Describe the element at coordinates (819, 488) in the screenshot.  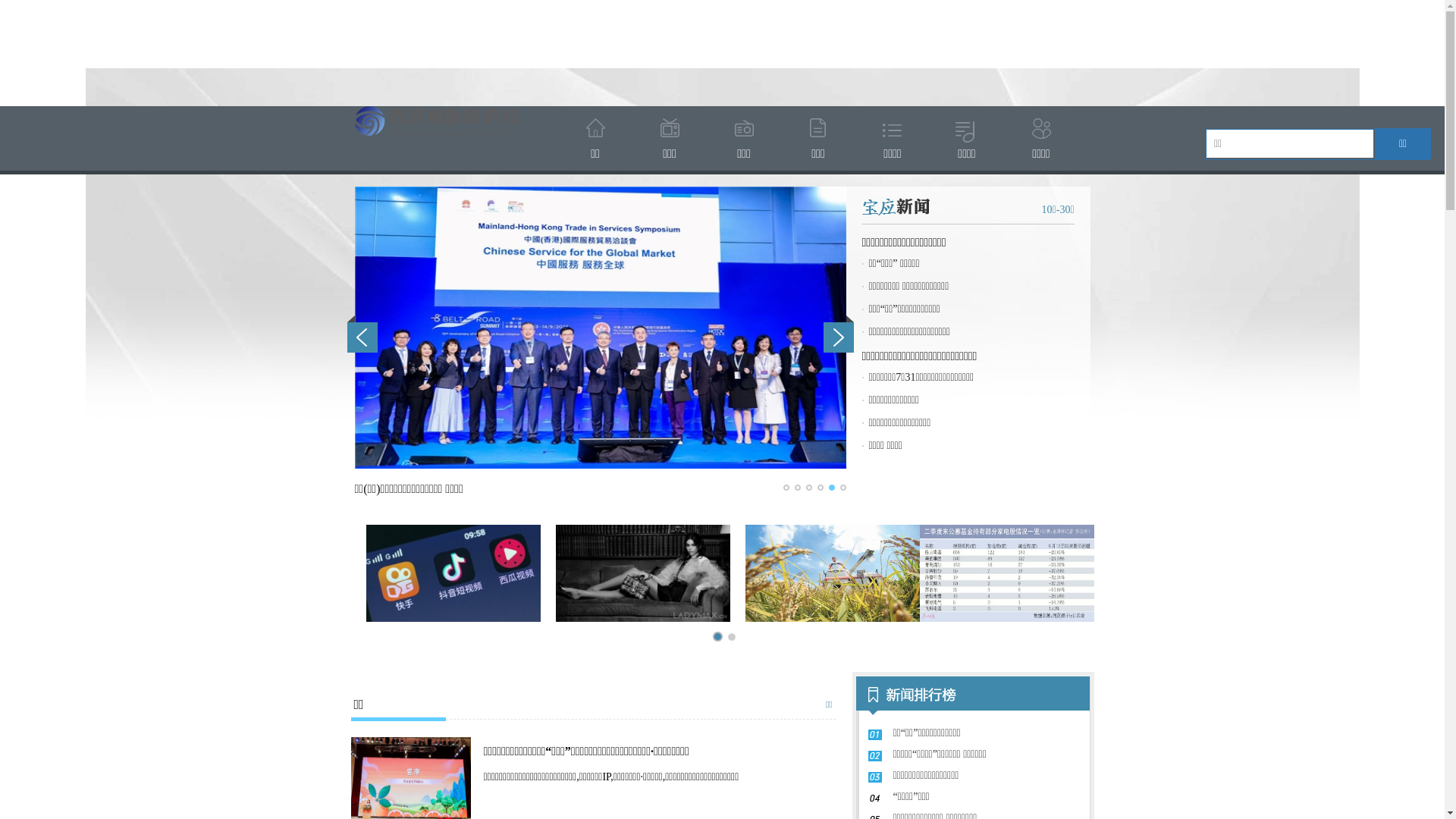
I see `'4'` at that location.